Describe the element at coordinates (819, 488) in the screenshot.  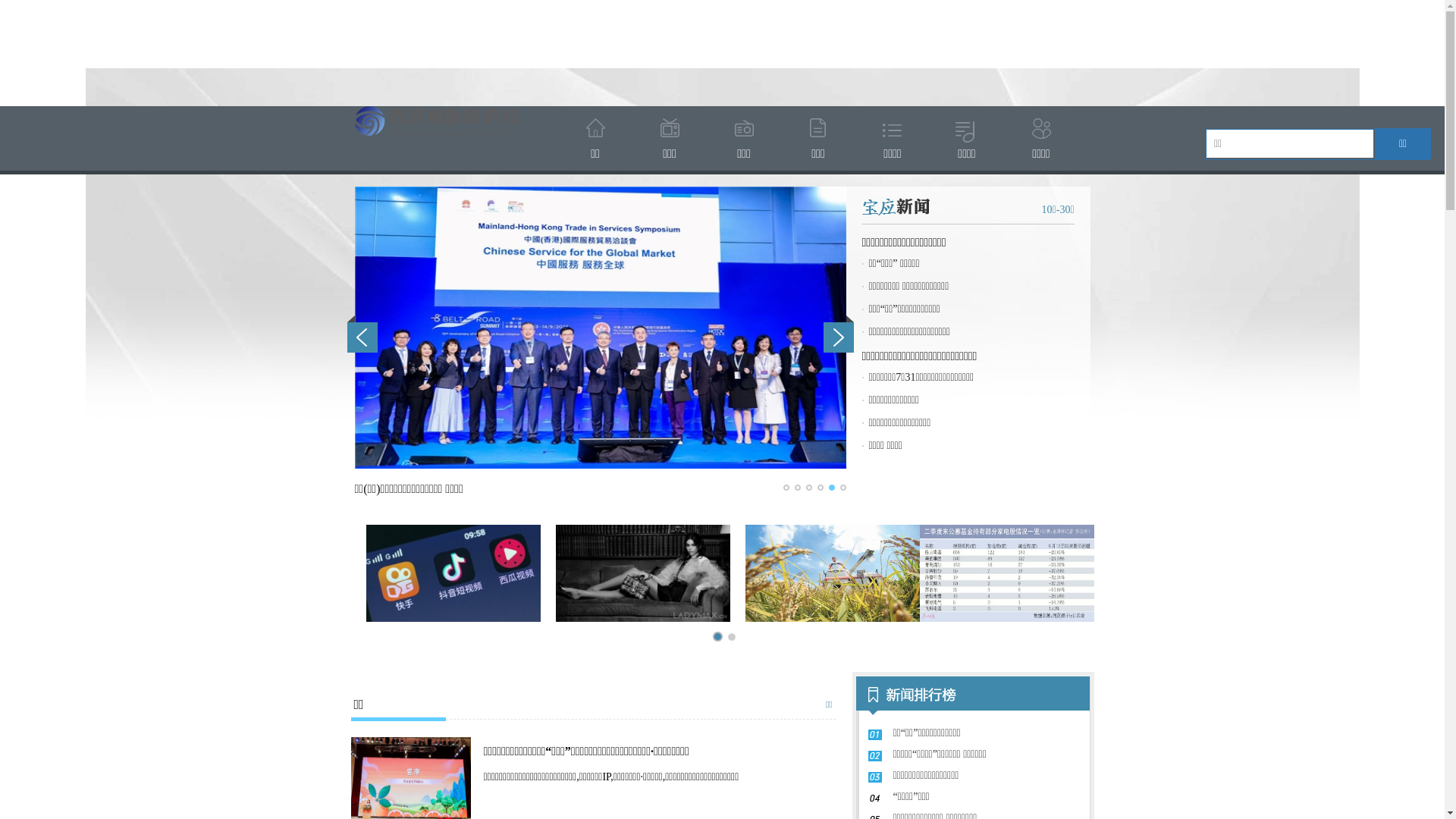
I see `'4'` at that location.